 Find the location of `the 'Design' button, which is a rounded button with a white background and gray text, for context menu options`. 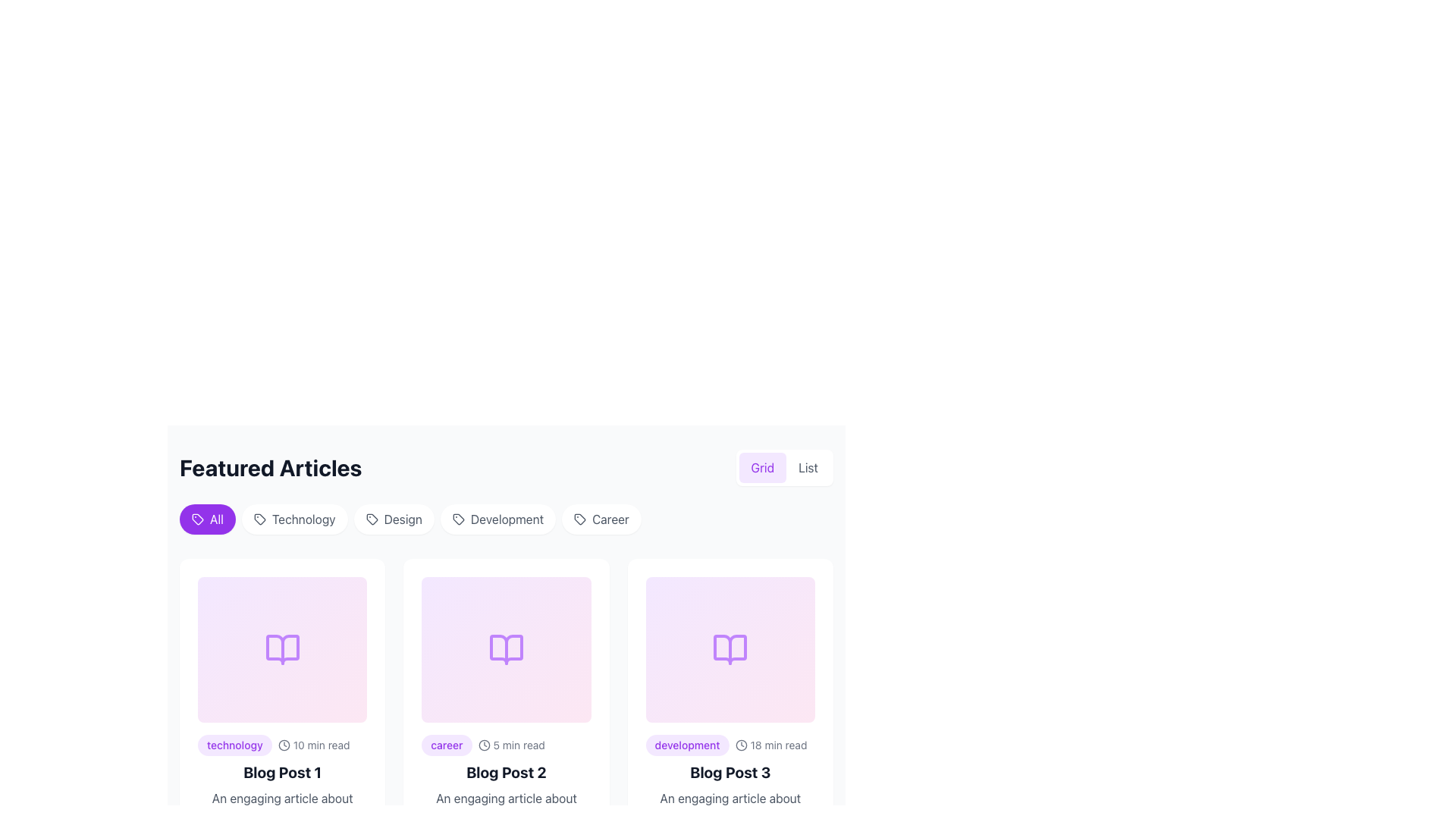

the 'Design' button, which is a rounded button with a white background and gray text, for context menu options is located at coordinates (394, 519).